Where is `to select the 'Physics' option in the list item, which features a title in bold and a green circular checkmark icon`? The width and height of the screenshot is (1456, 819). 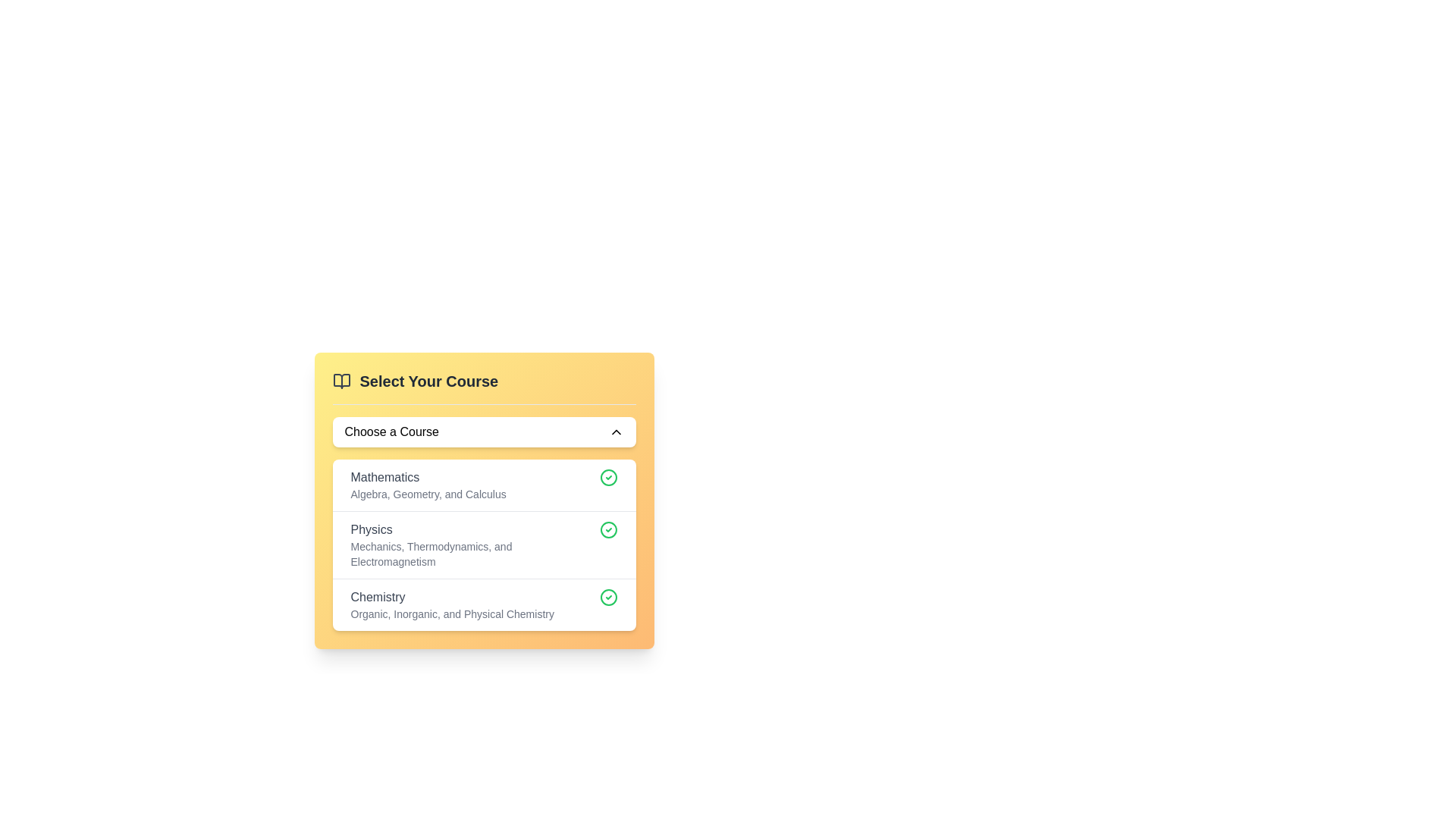 to select the 'Physics' option in the list item, which features a title in bold and a green circular checkmark icon is located at coordinates (483, 544).